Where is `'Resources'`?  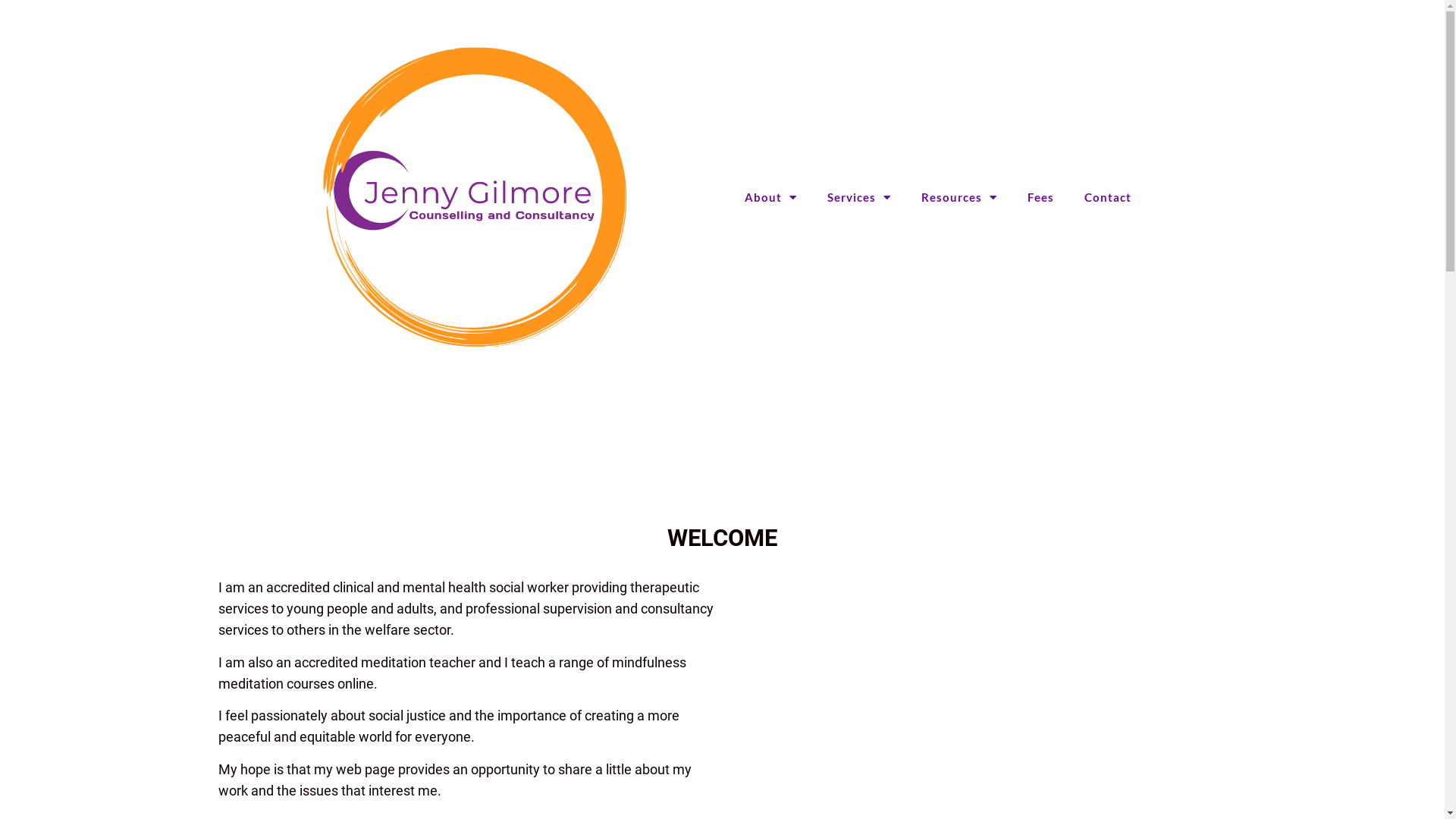 'Resources' is located at coordinates (959, 196).